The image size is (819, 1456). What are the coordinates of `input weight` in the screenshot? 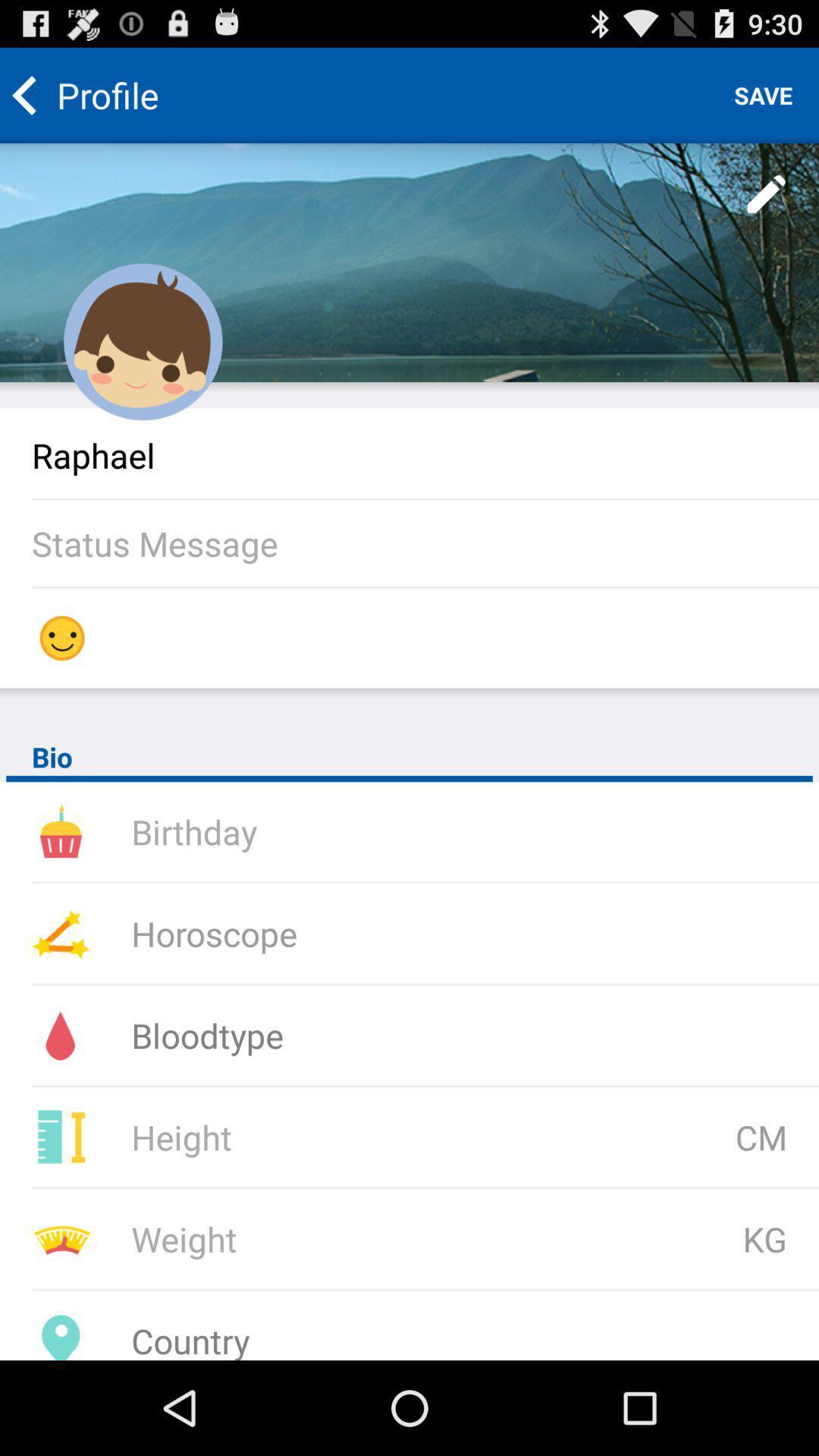 It's located at (329, 1238).